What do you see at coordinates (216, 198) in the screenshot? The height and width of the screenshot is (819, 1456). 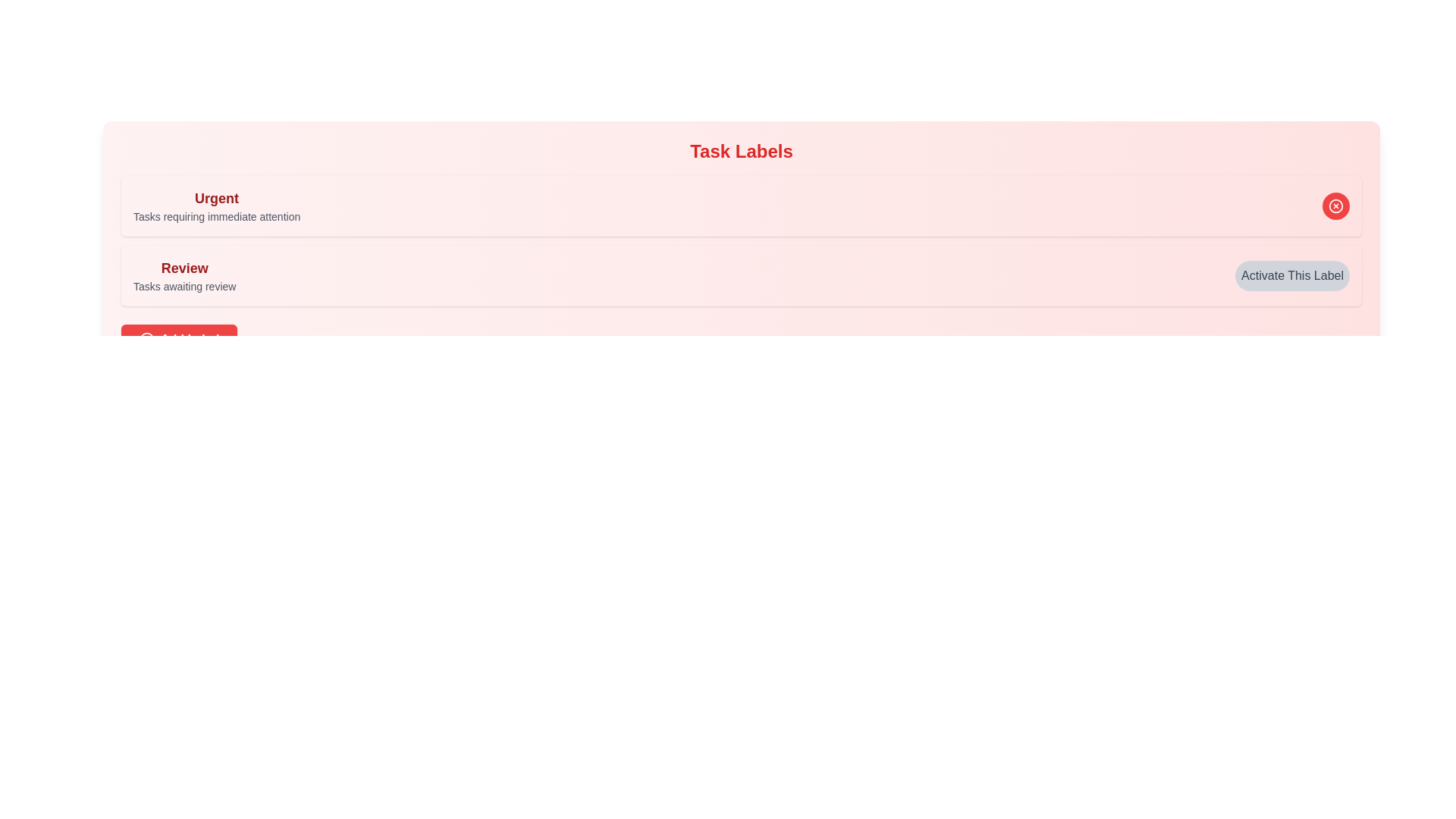 I see `the text of the label 'Urgent'` at bounding box center [216, 198].